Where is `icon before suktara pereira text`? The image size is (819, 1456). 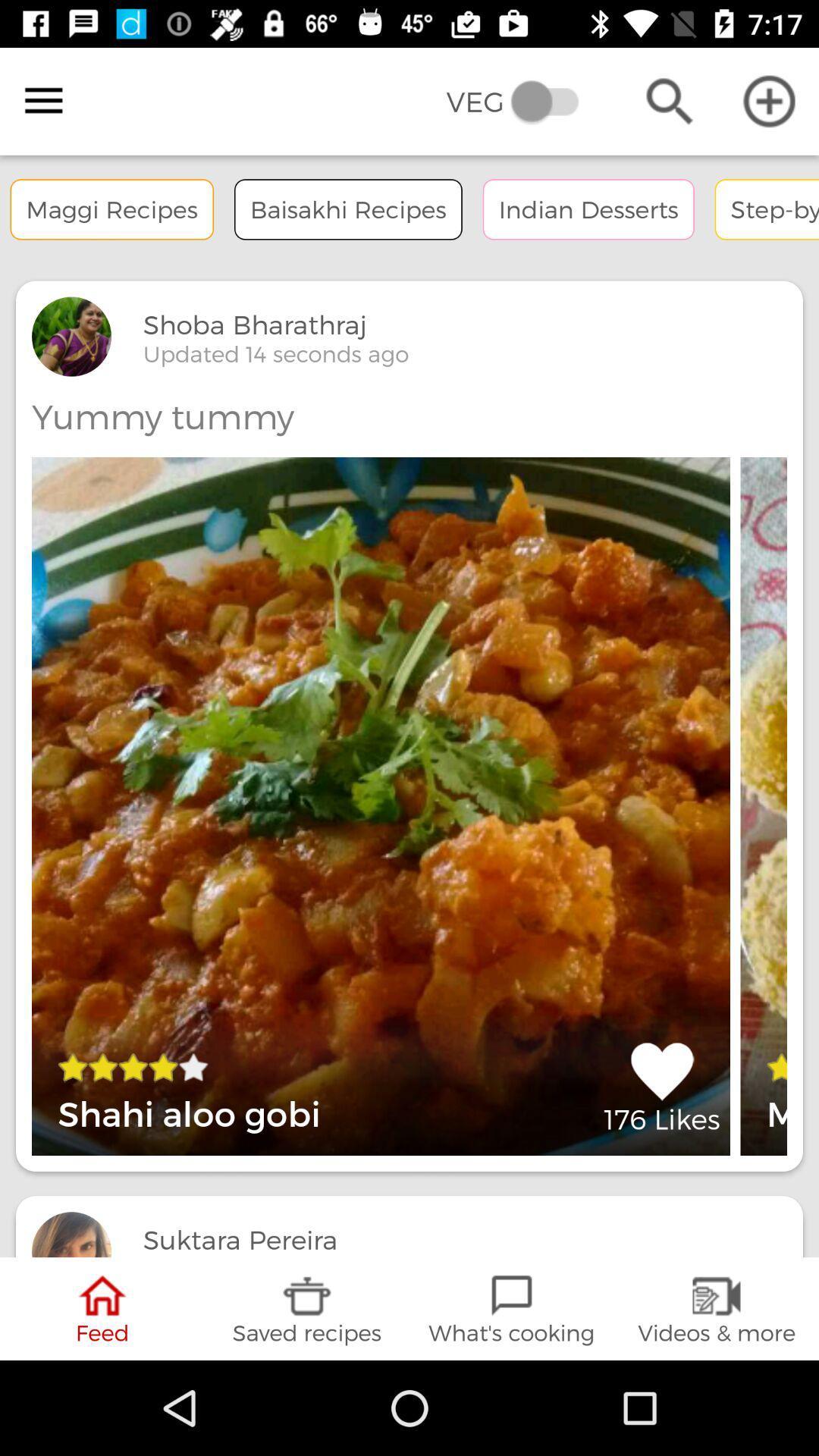
icon before suktara pereira text is located at coordinates (71, 1234).